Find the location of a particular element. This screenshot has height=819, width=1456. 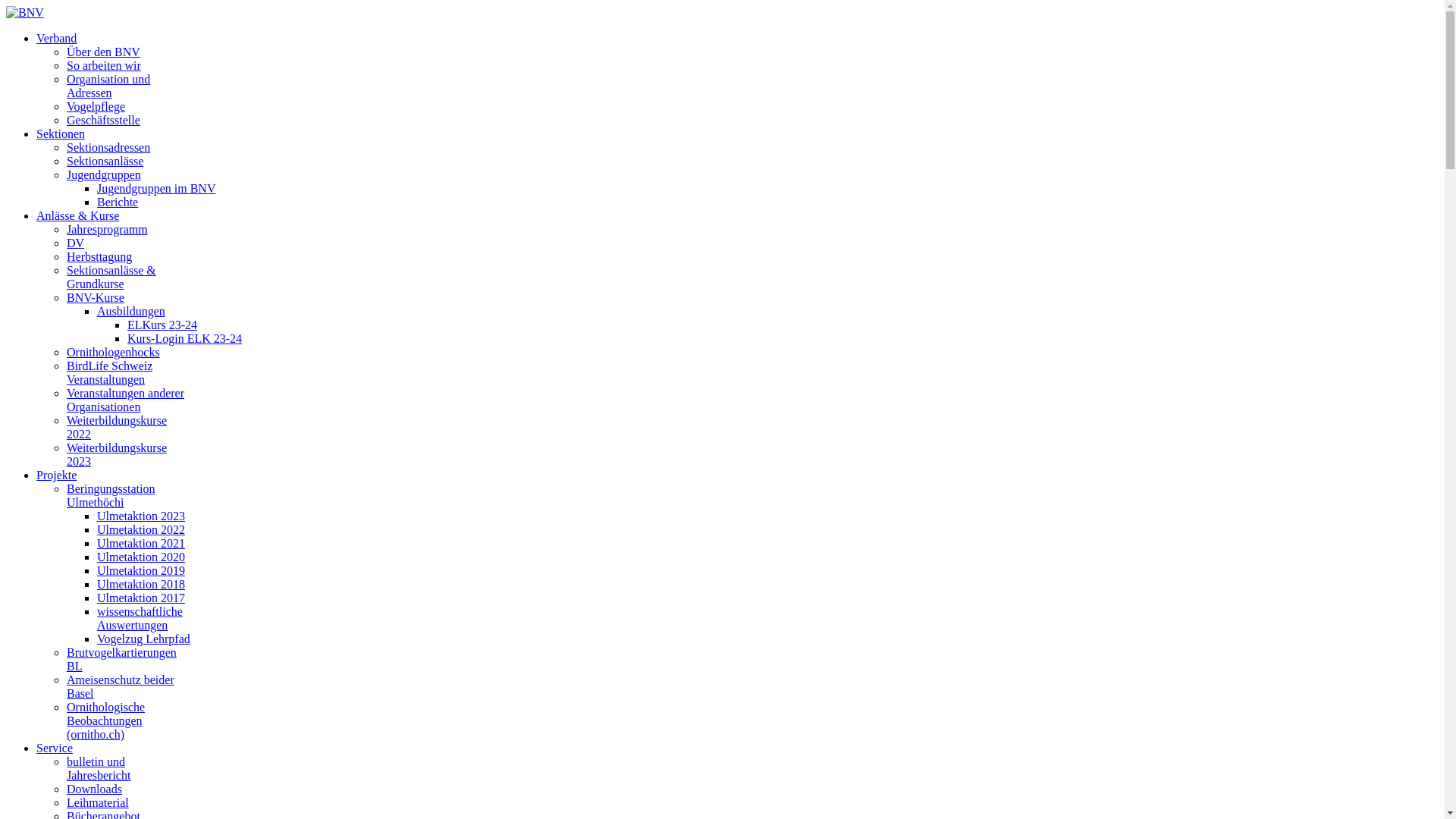

'Vogelpflege' is located at coordinates (95, 105).